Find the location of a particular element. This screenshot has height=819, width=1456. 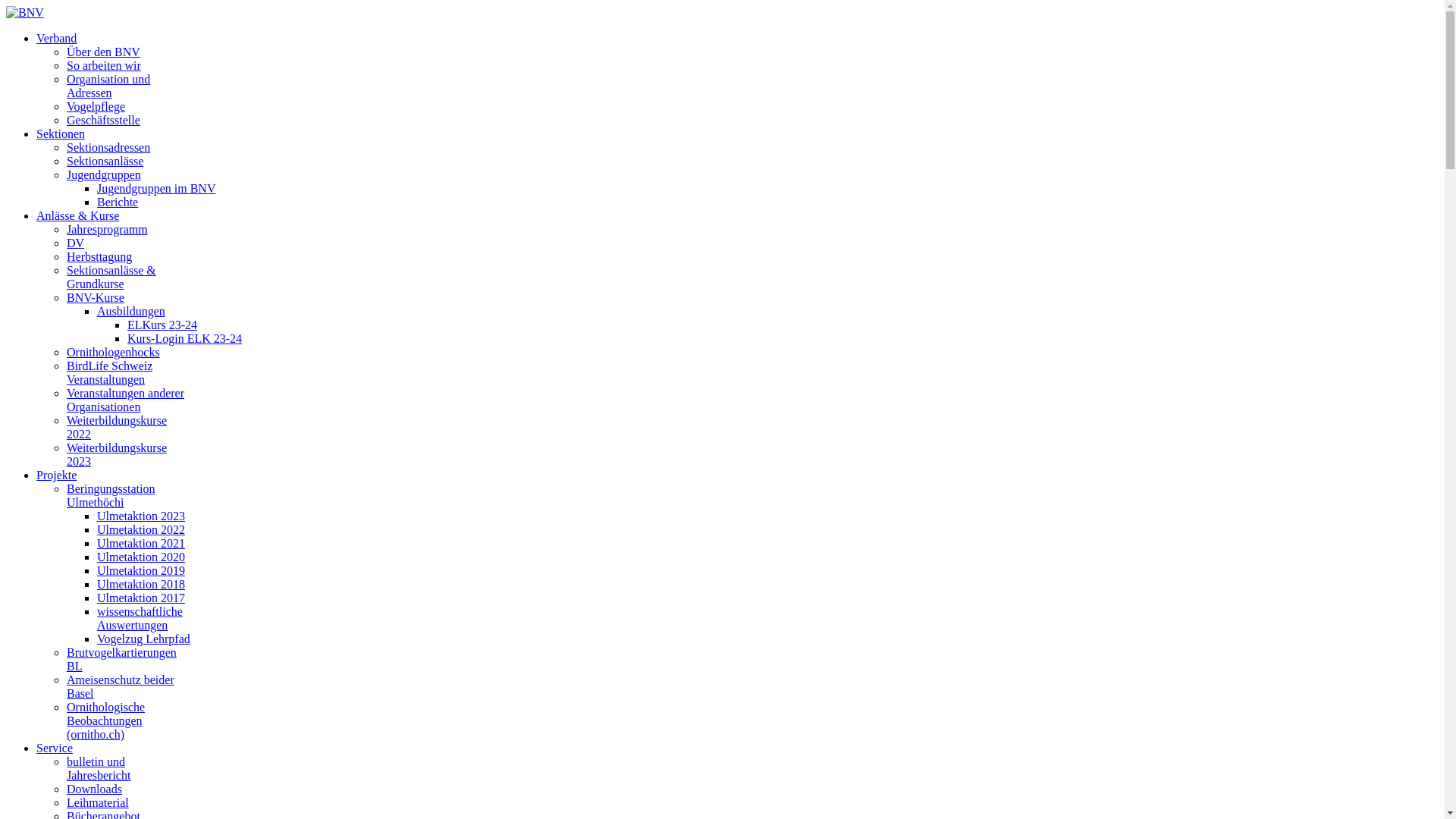

'Vogelpflege' is located at coordinates (95, 105).